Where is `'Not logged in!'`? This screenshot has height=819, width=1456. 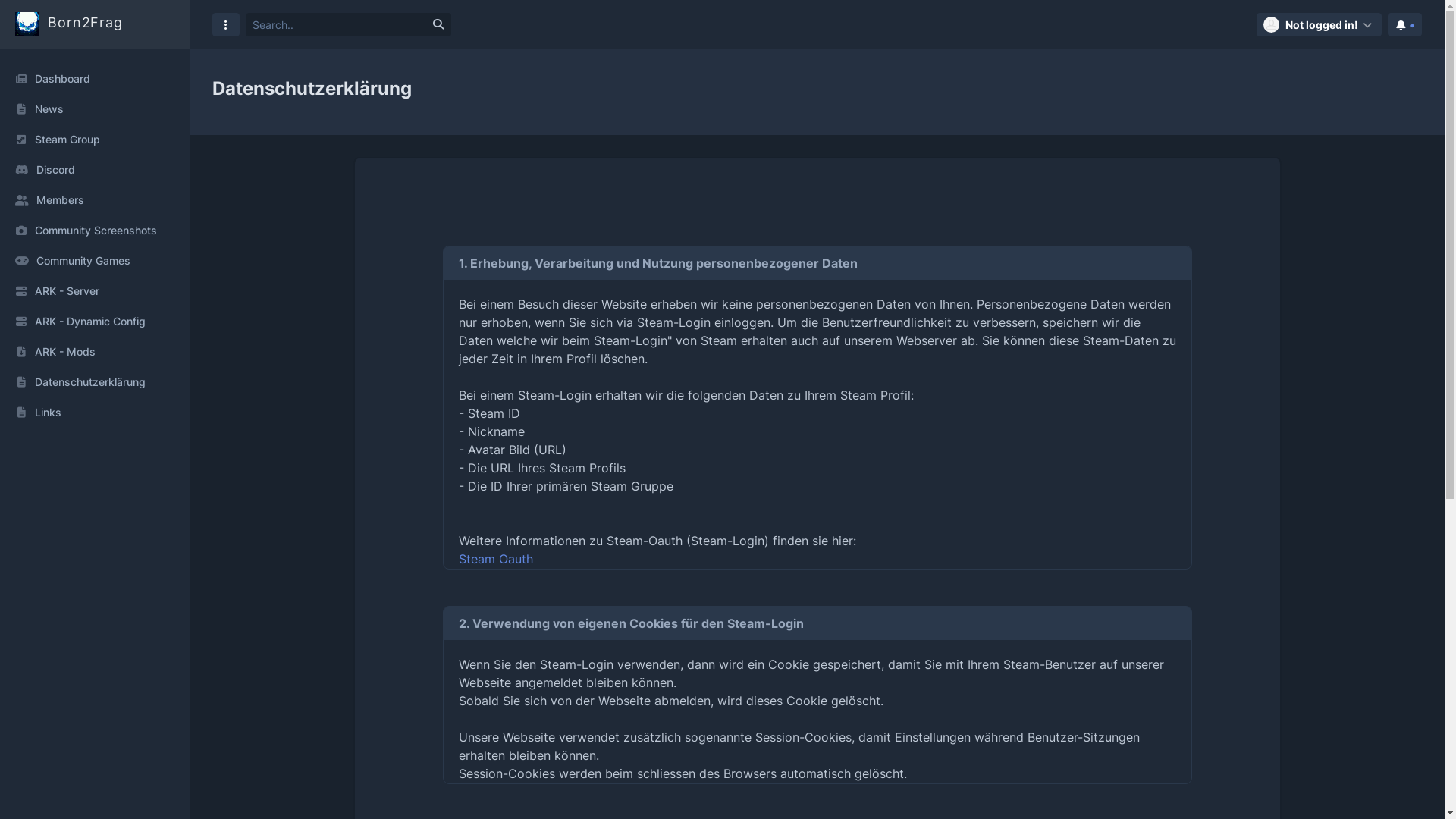
'Not logged in!' is located at coordinates (1318, 24).